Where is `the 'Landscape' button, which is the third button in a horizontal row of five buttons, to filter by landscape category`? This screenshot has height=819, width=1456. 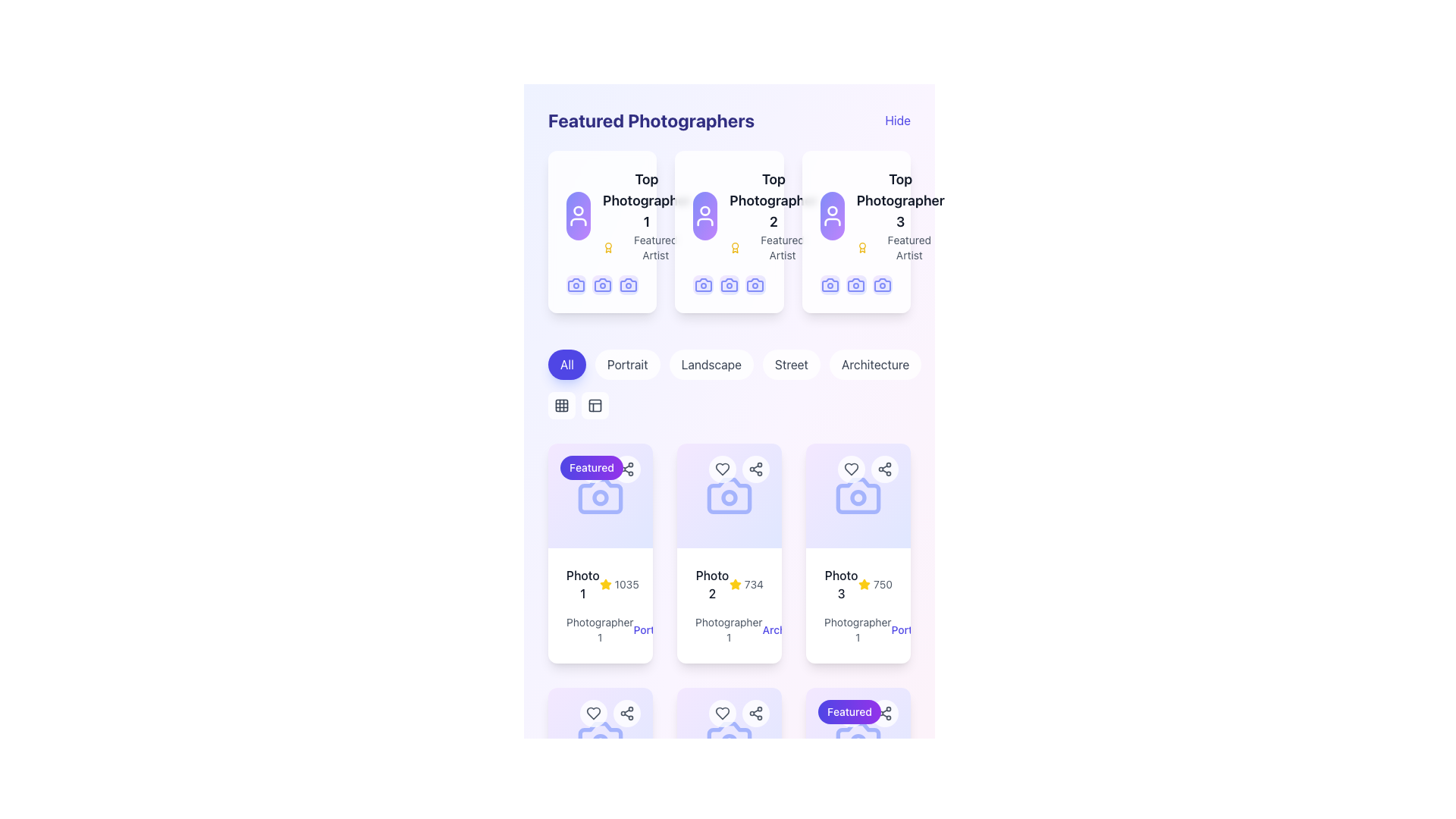
the 'Landscape' button, which is the third button in a horizontal row of five buttons, to filter by landscape category is located at coordinates (711, 365).